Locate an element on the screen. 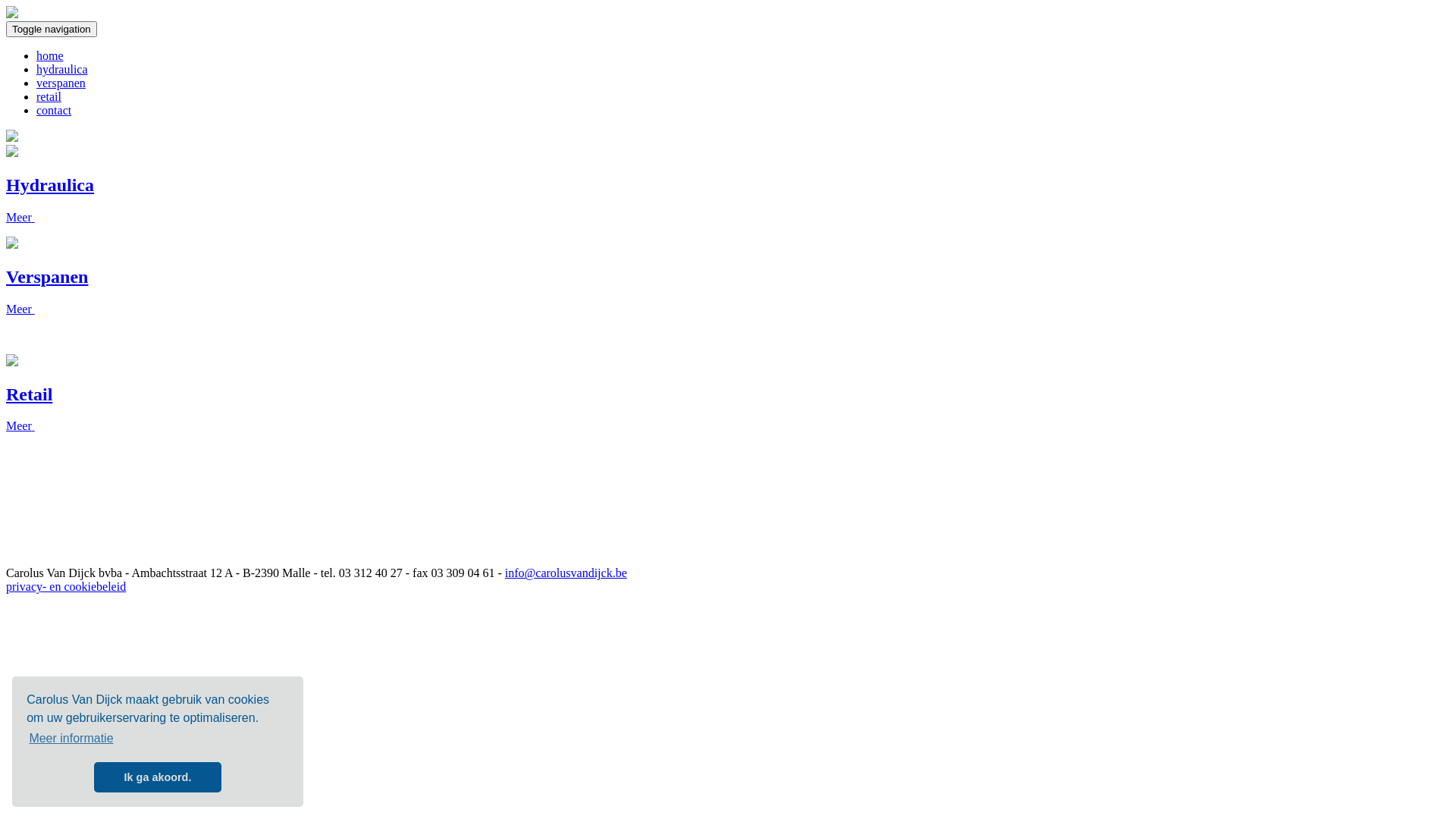 This screenshot has height=819, width=1456. 'Meer ' is located at coordinates (20, 308).